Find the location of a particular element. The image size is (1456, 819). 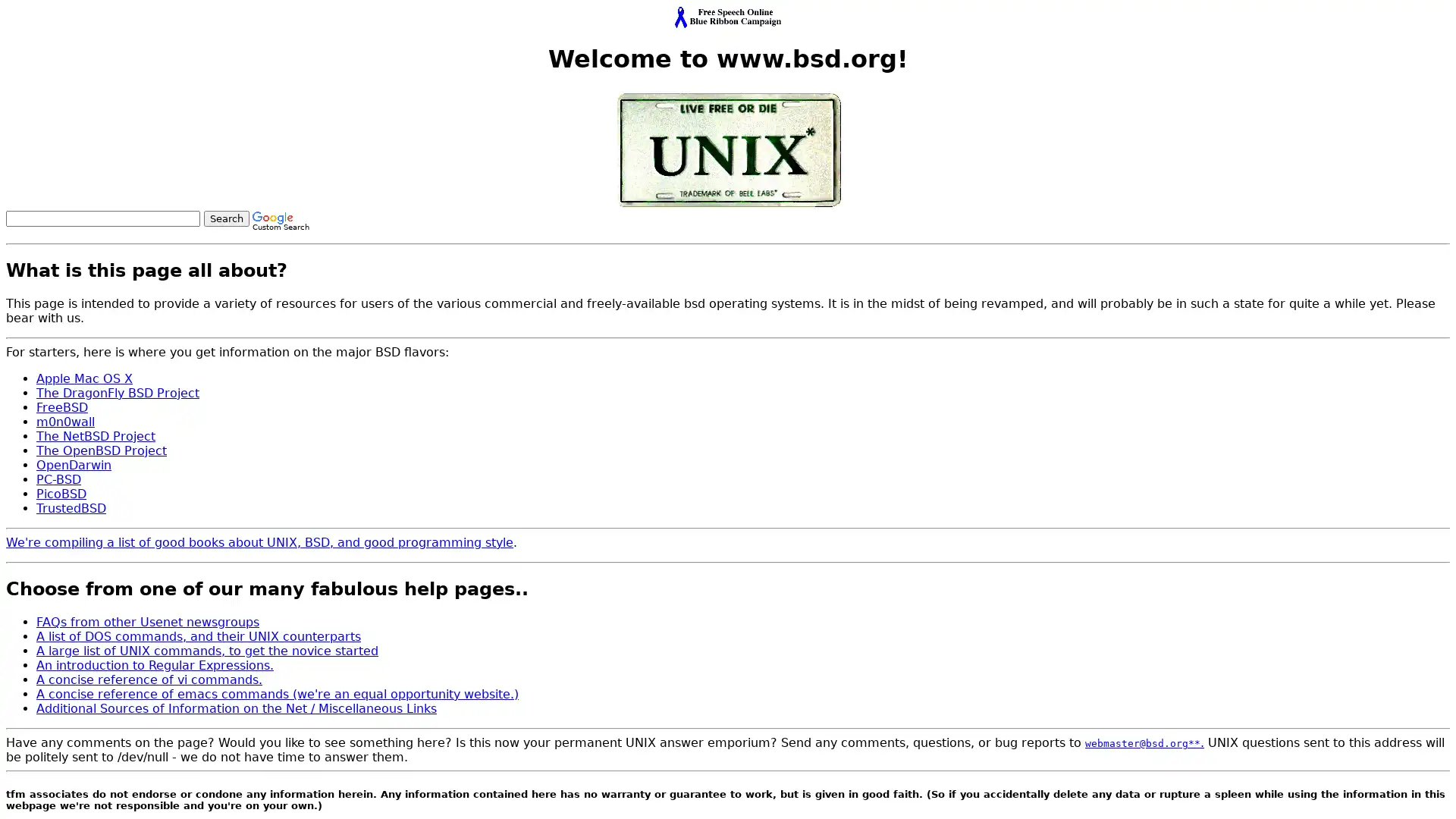

Search is located at coordinates (225, 218).